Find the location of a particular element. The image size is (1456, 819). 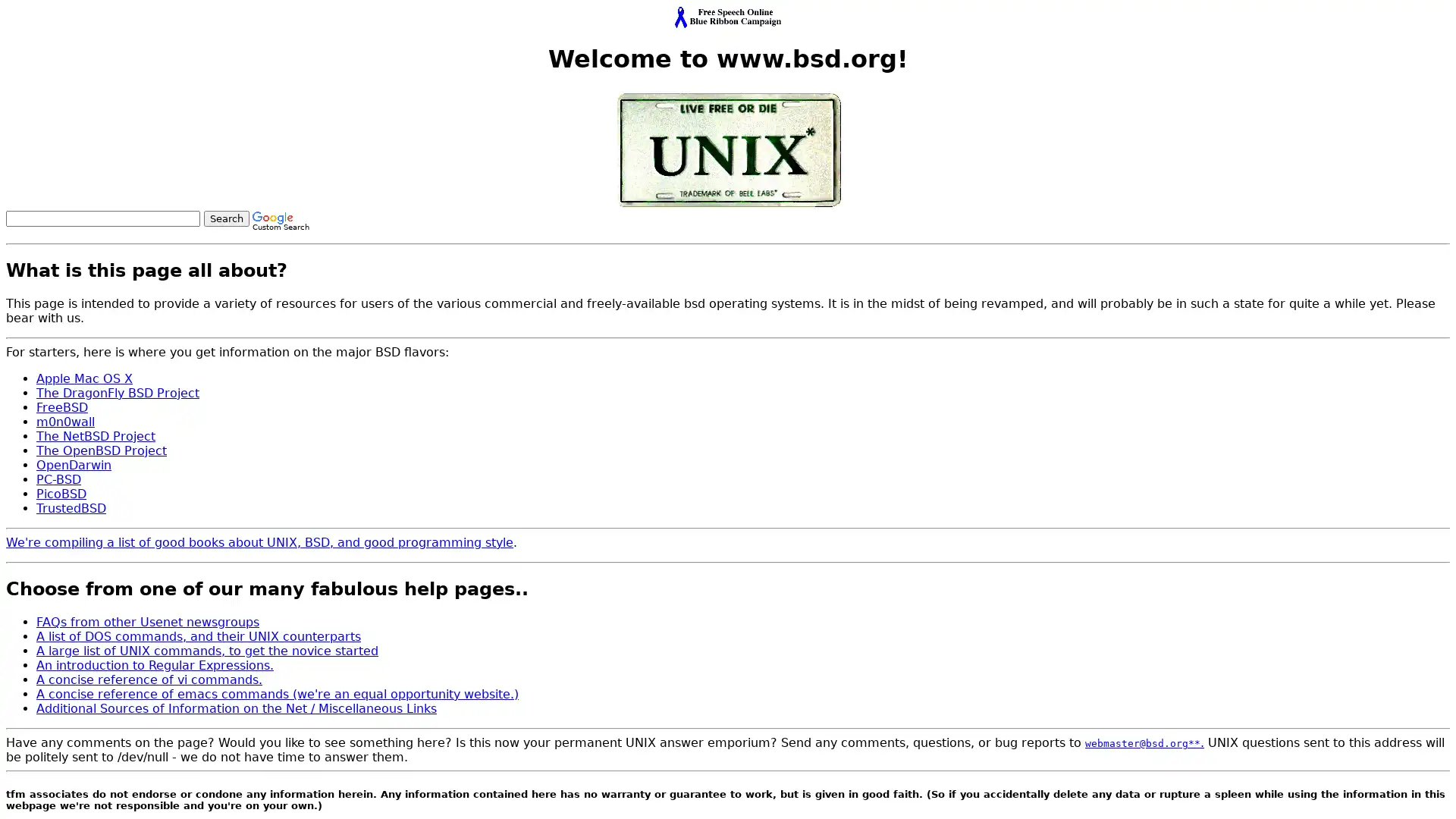

Search is located at coordinates (225, 218).